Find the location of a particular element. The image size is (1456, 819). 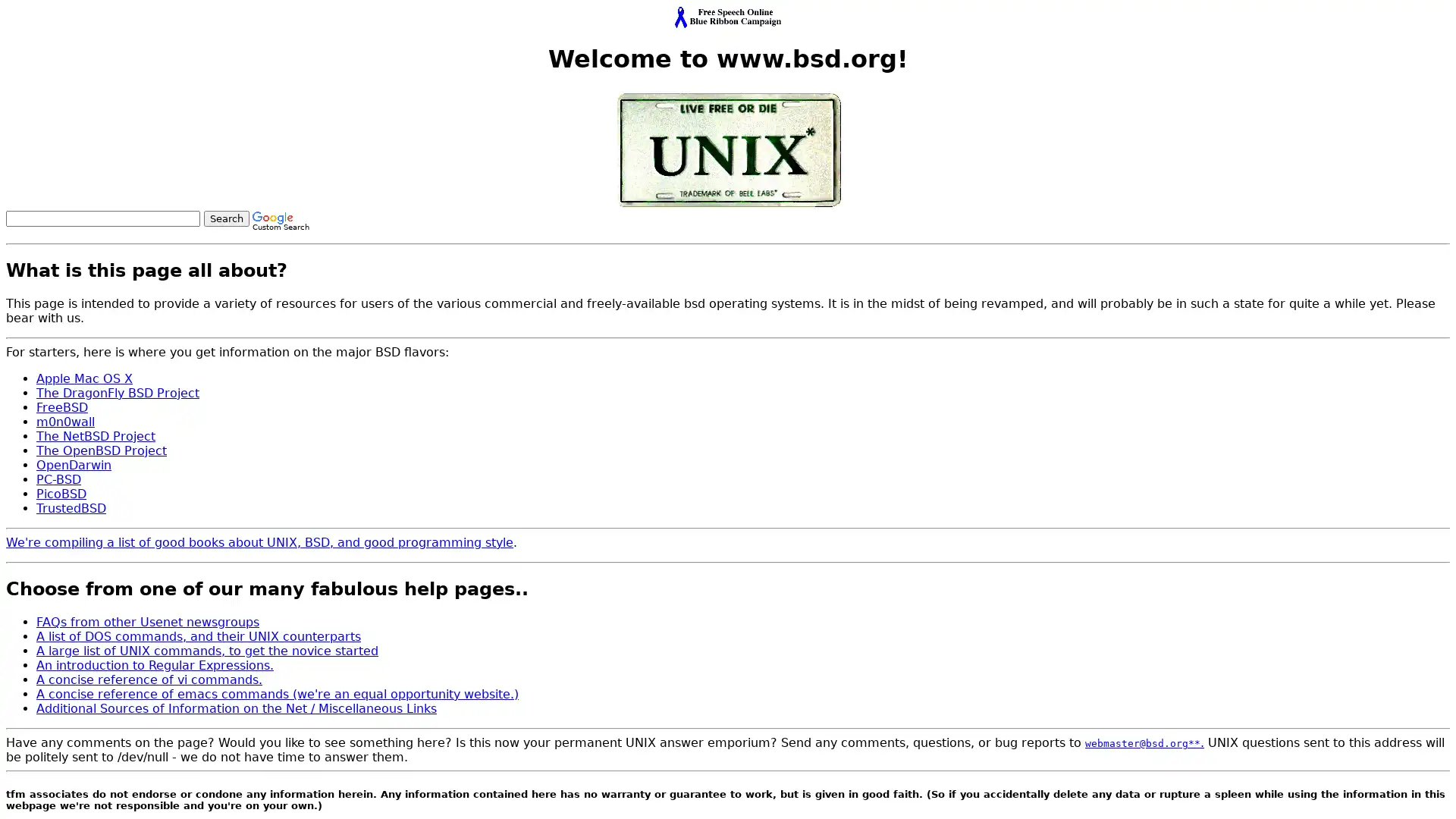

Search is located at coordinates (225, 218).